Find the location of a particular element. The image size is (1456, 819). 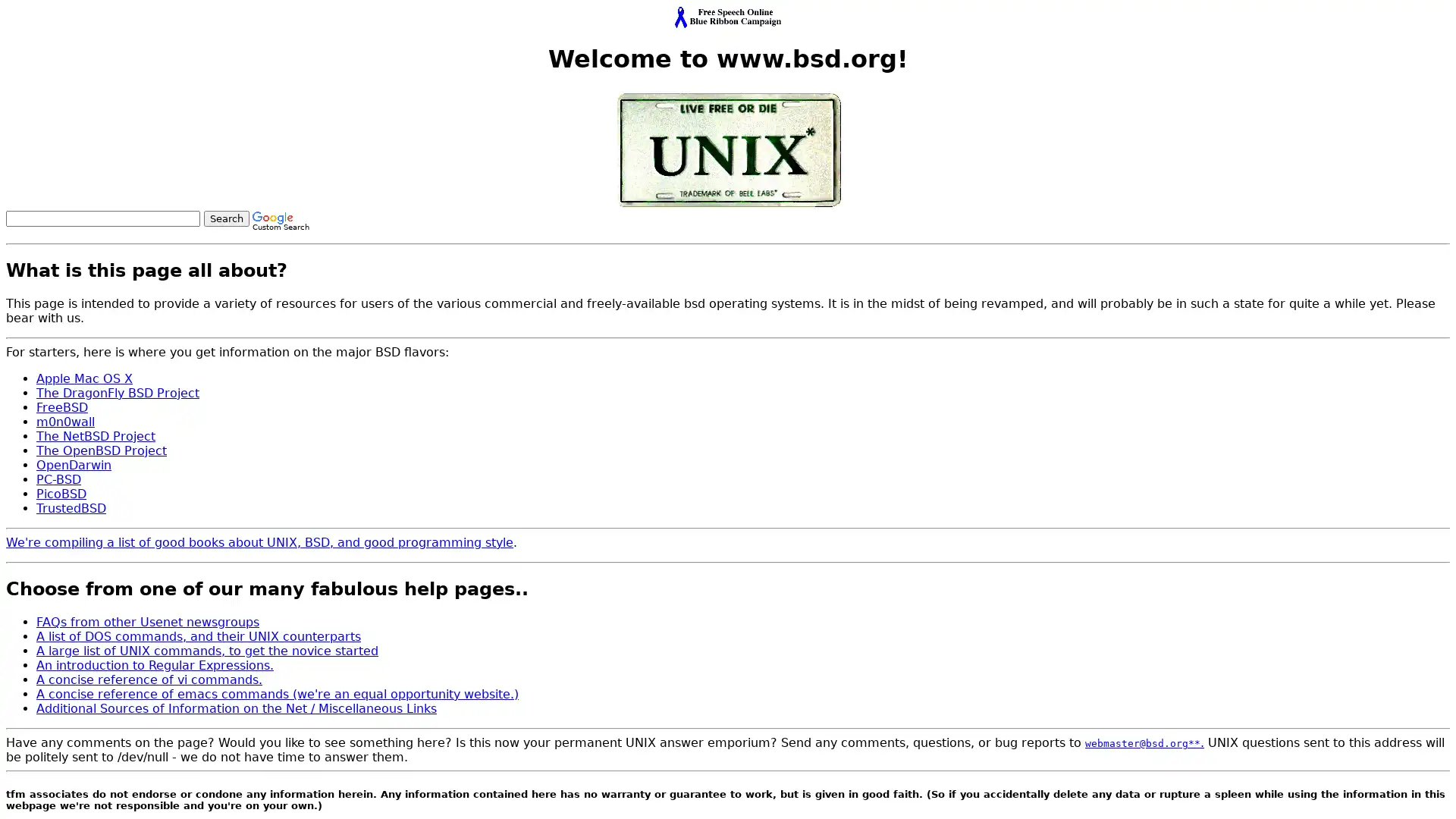

Search is located at coordinates (225, 218).